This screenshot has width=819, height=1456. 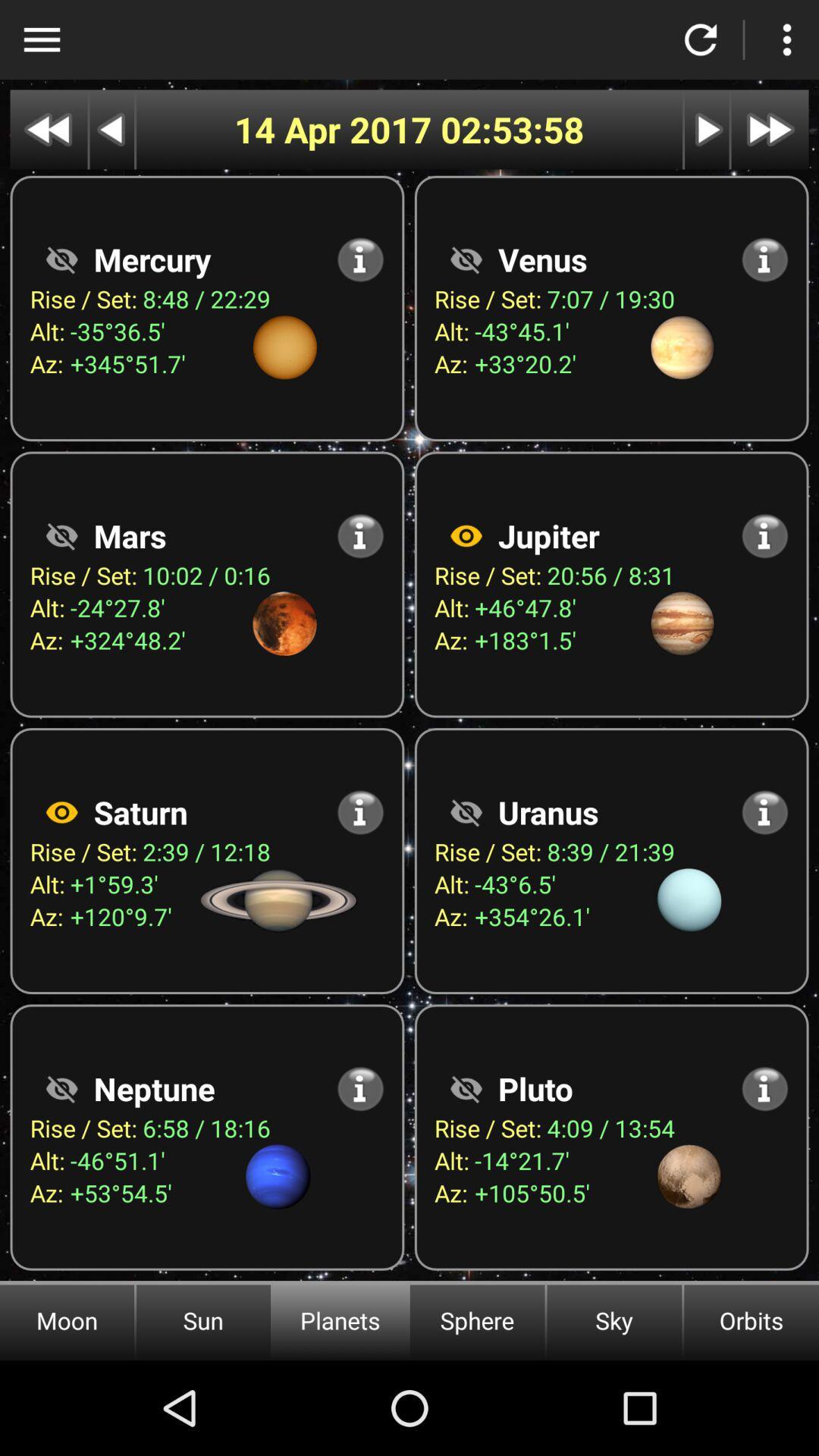 What do you see at coordinates (360, 535) in the screenshot?
I see `more info` at bounding box center [360, 535].